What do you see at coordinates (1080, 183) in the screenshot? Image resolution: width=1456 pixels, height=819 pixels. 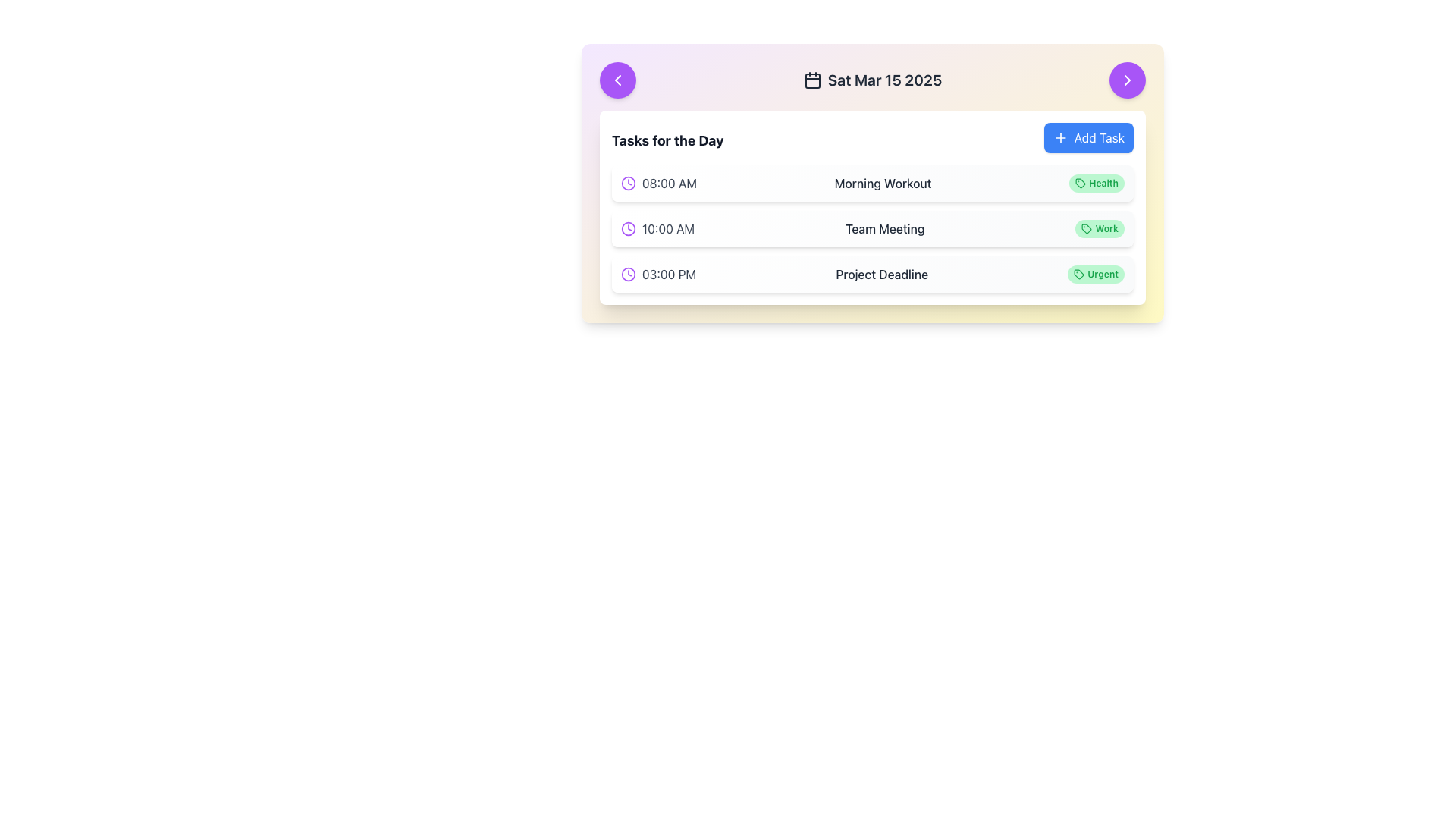 I see `the 'Health' icon indicator located in the 'Morning Workout' row` at bounding box center [1080, 183].